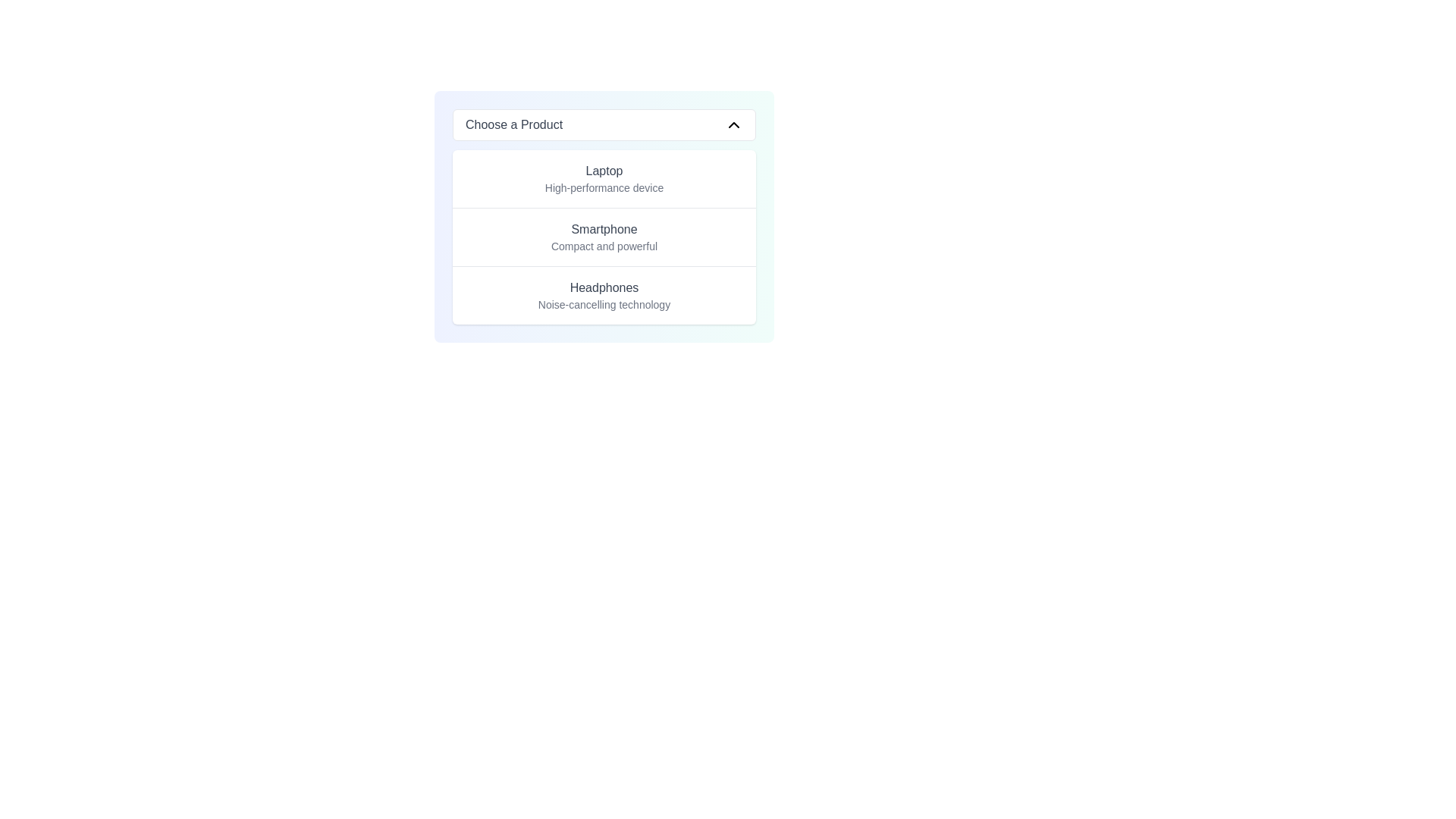 This screenshot has height=819, width=1456. What do you see at coordinates (603, 177) in the screenshot?
I see `the 'Laptop' list item in the dropdown menu beneath the 'Choose a Product' heading` at bounding box center [603, 177].